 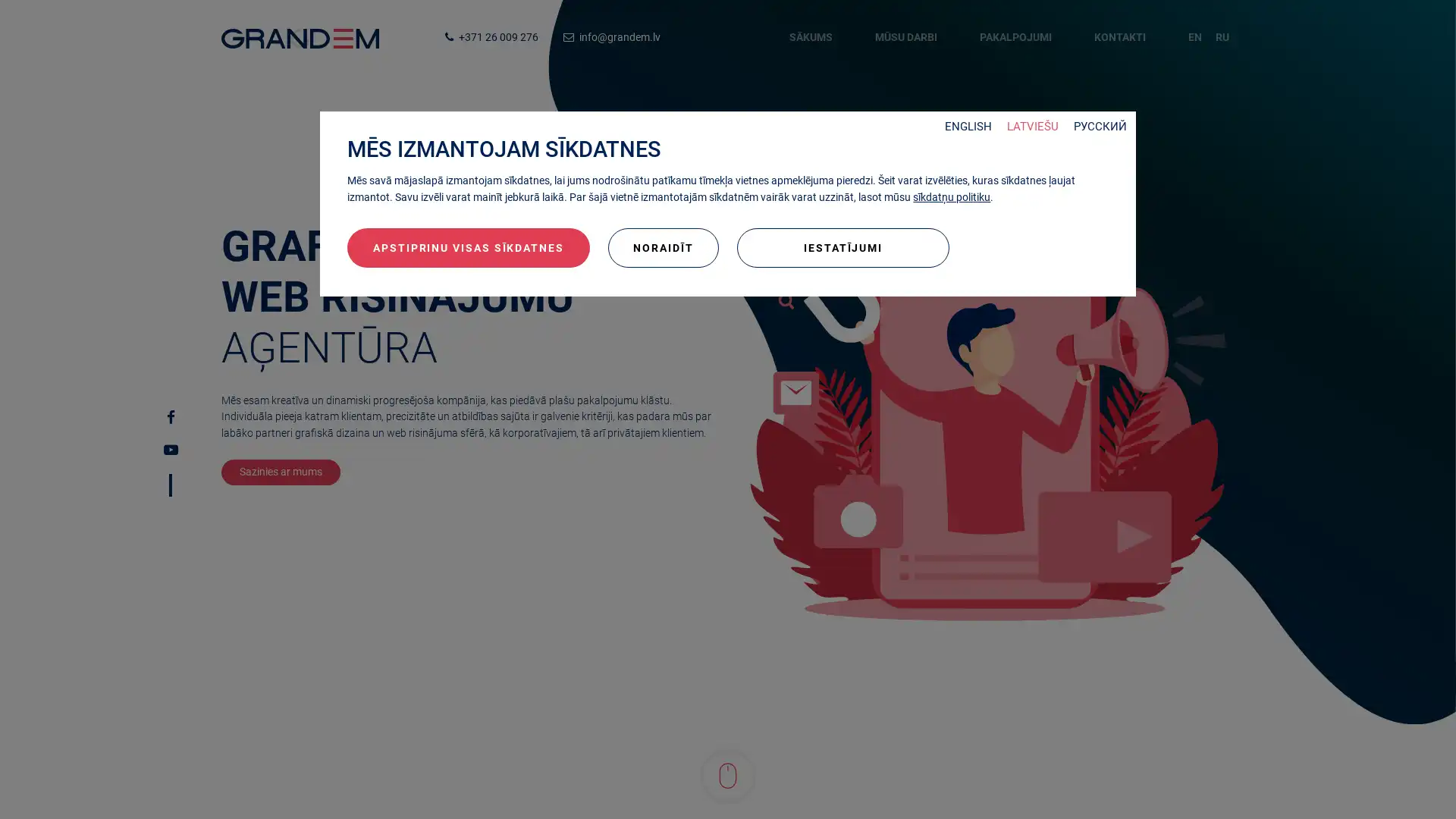 What do you see at coordinates (843, 247) in the screenshot?
I see `IESTATIJUMI` at bounding box center [843, 247].